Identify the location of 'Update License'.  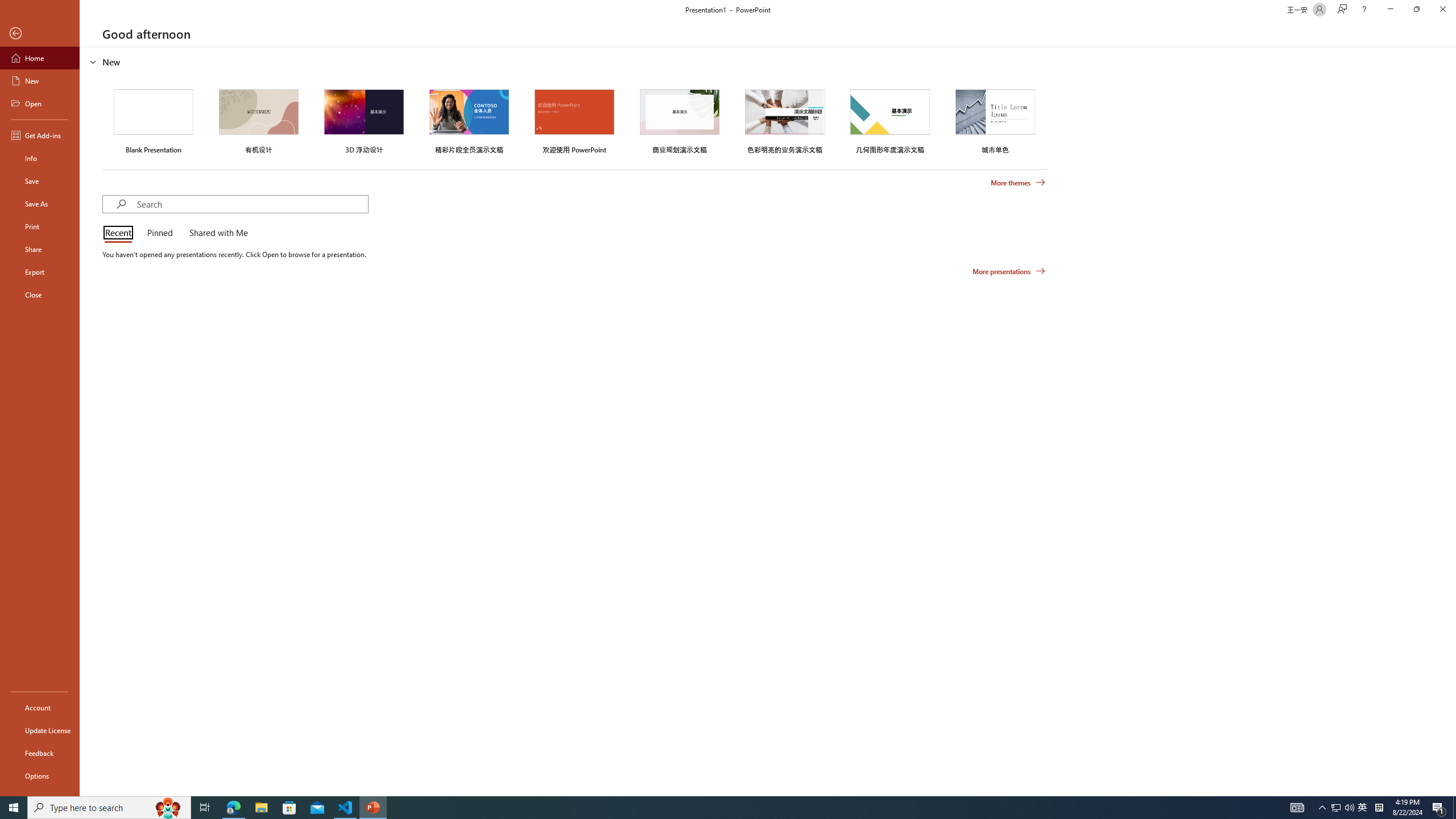
(39, 730).